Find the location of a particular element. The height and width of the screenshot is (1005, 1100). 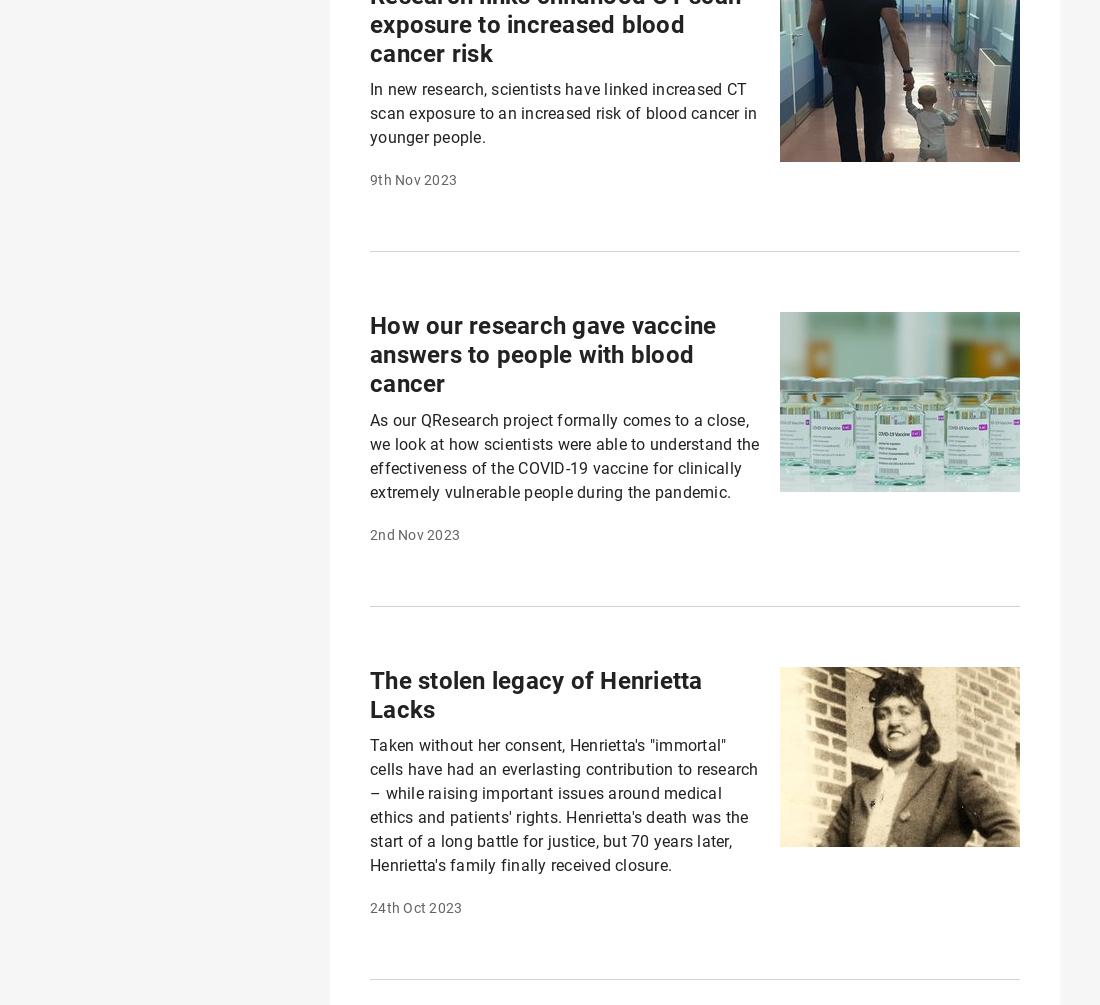

'Speak confidentially with our support services team for information and support.' is located at coordinates (622, 799).